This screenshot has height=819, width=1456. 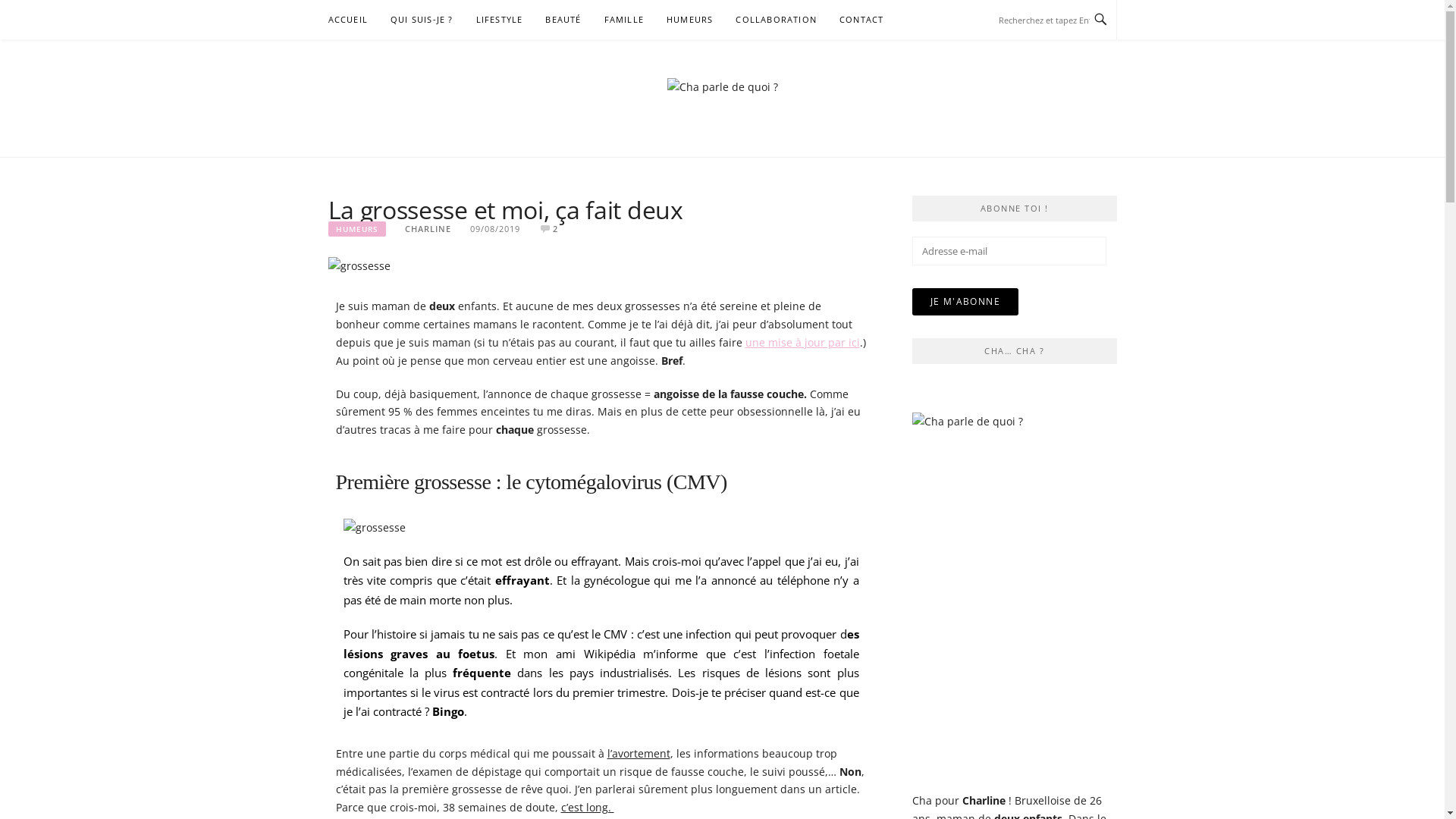 What do you see at coordinates (861, 20) in the screenshot?
I see `'CONTACT'` at bounding box center [861, 20].